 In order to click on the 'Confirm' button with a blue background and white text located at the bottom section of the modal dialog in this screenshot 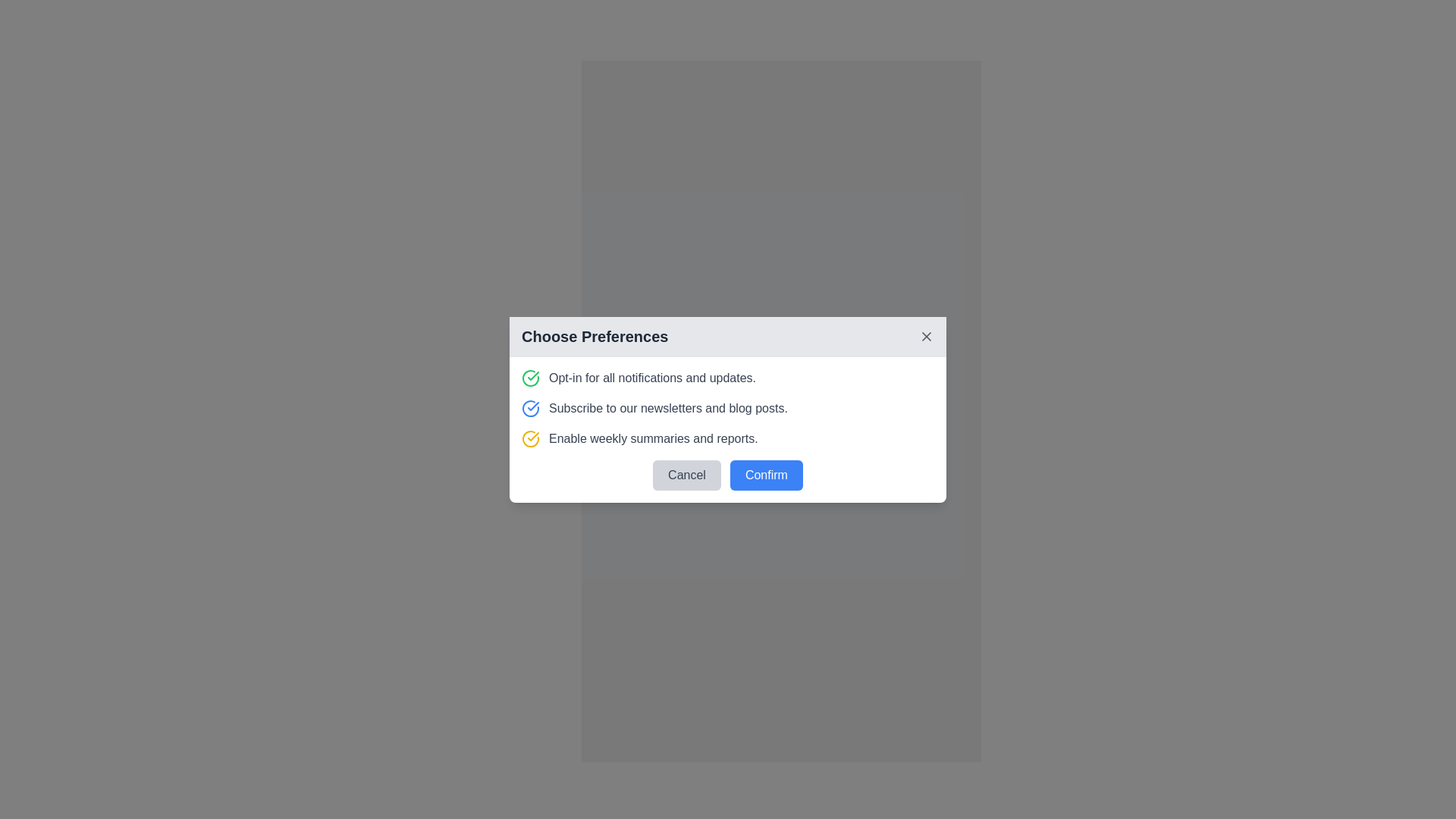, I will do `click(766, 474)`.